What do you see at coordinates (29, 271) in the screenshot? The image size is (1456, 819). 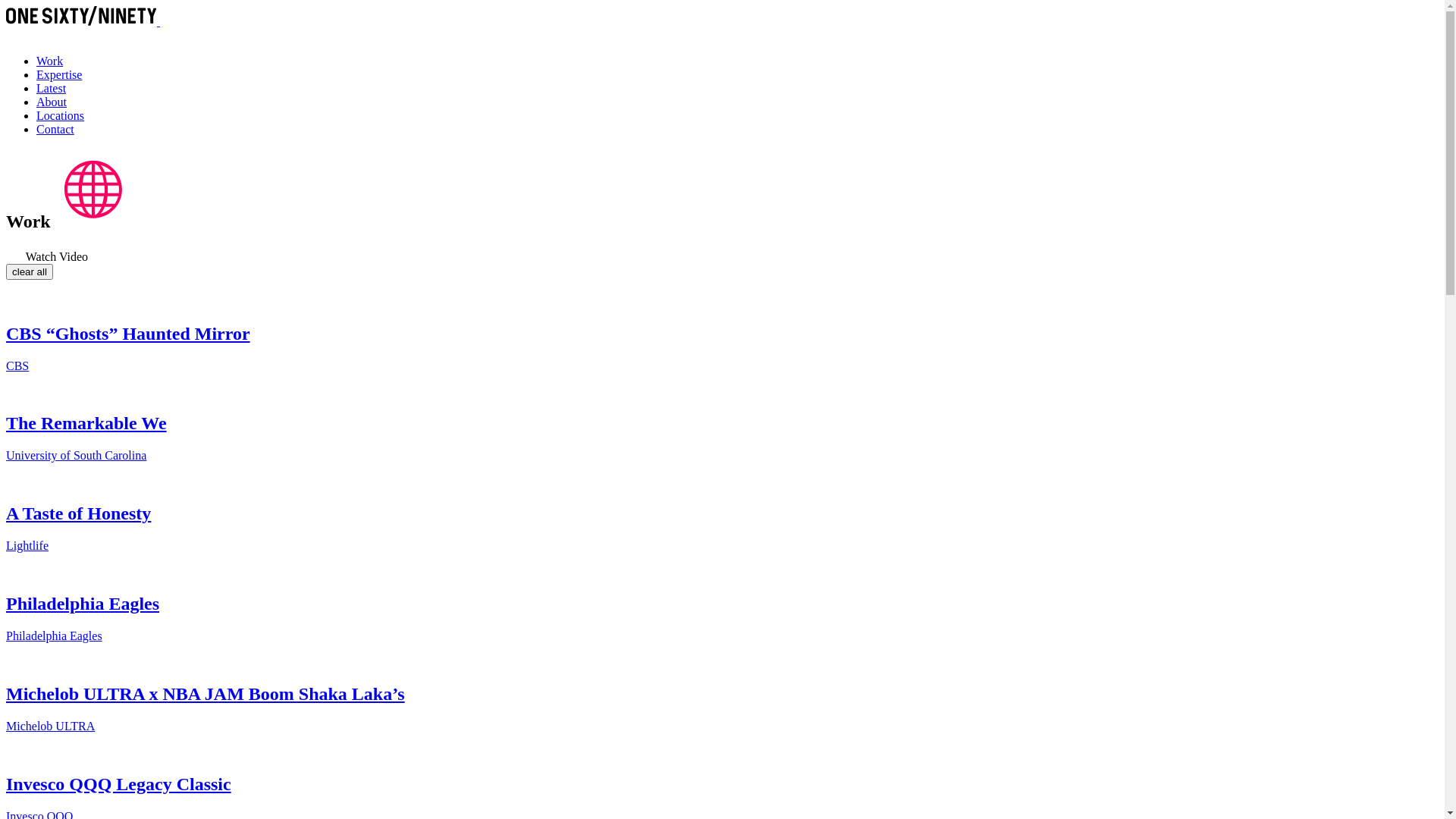 I see `'clear all'` at bounding box center [29, 271].